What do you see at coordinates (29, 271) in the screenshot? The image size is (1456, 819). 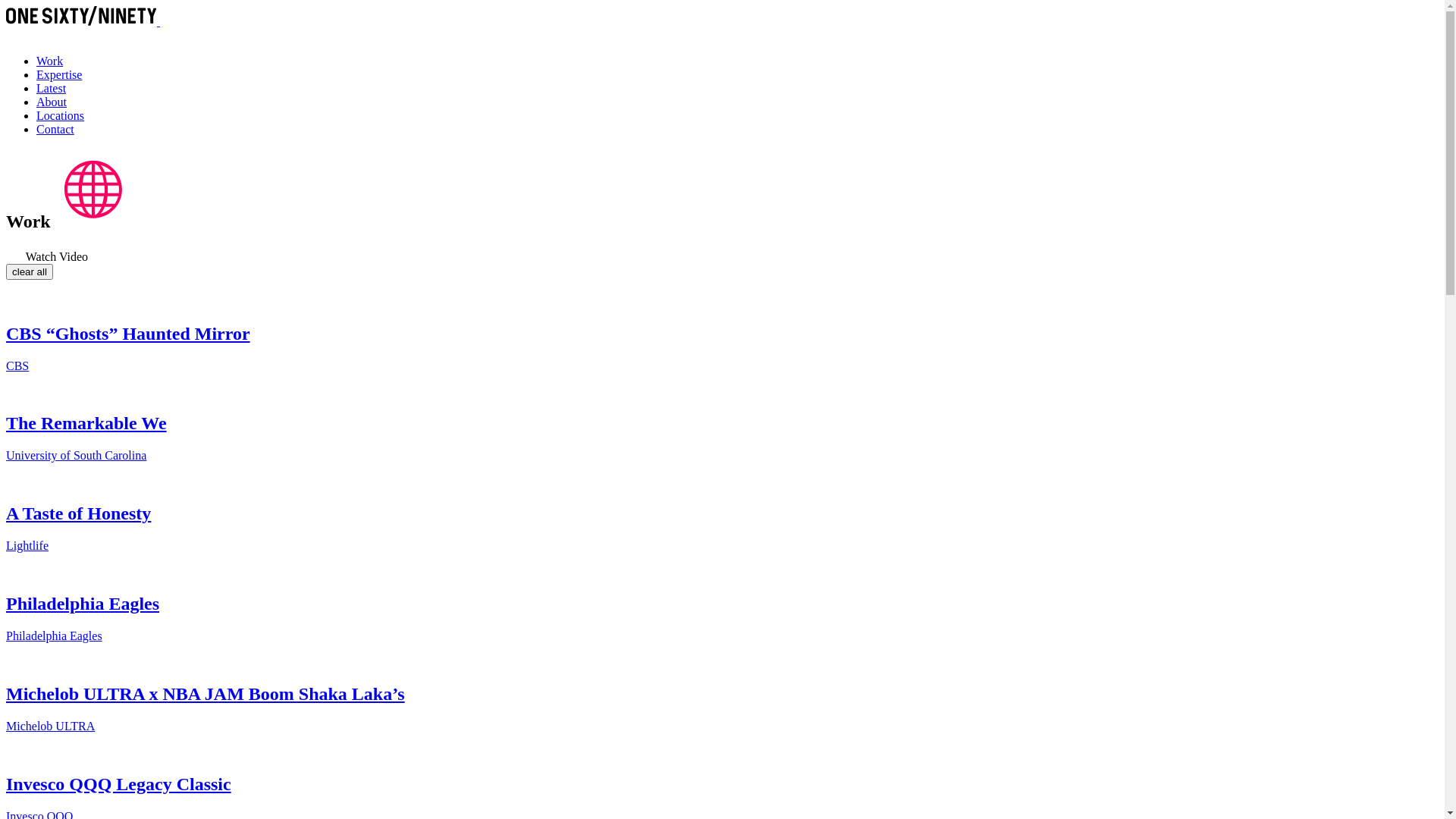 I see `'clear all'` at bounding box center [29, 271].